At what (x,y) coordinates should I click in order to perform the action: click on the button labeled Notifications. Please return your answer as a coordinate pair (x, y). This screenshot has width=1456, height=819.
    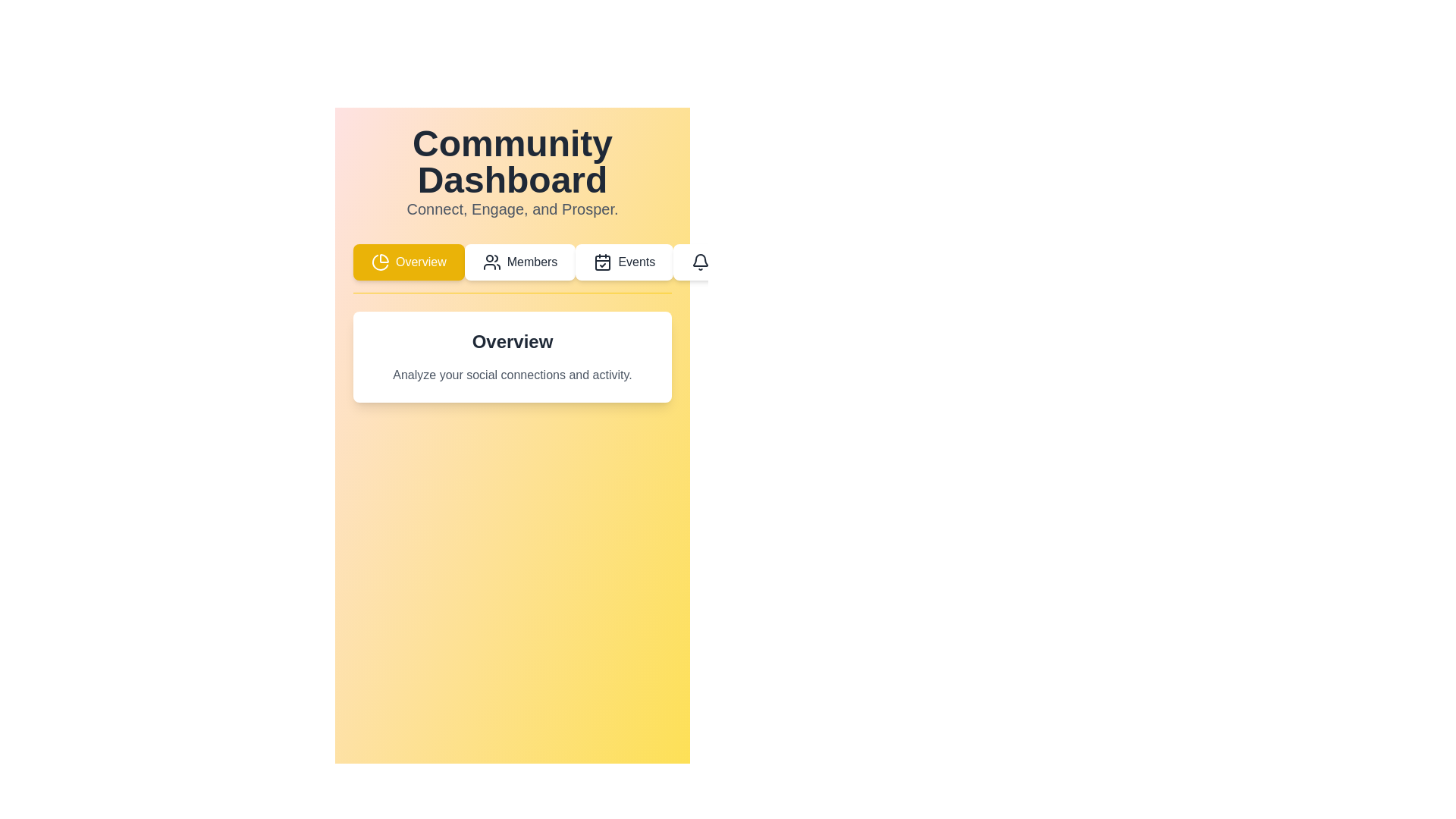
    Looking at the image, I should click on (736, 262).